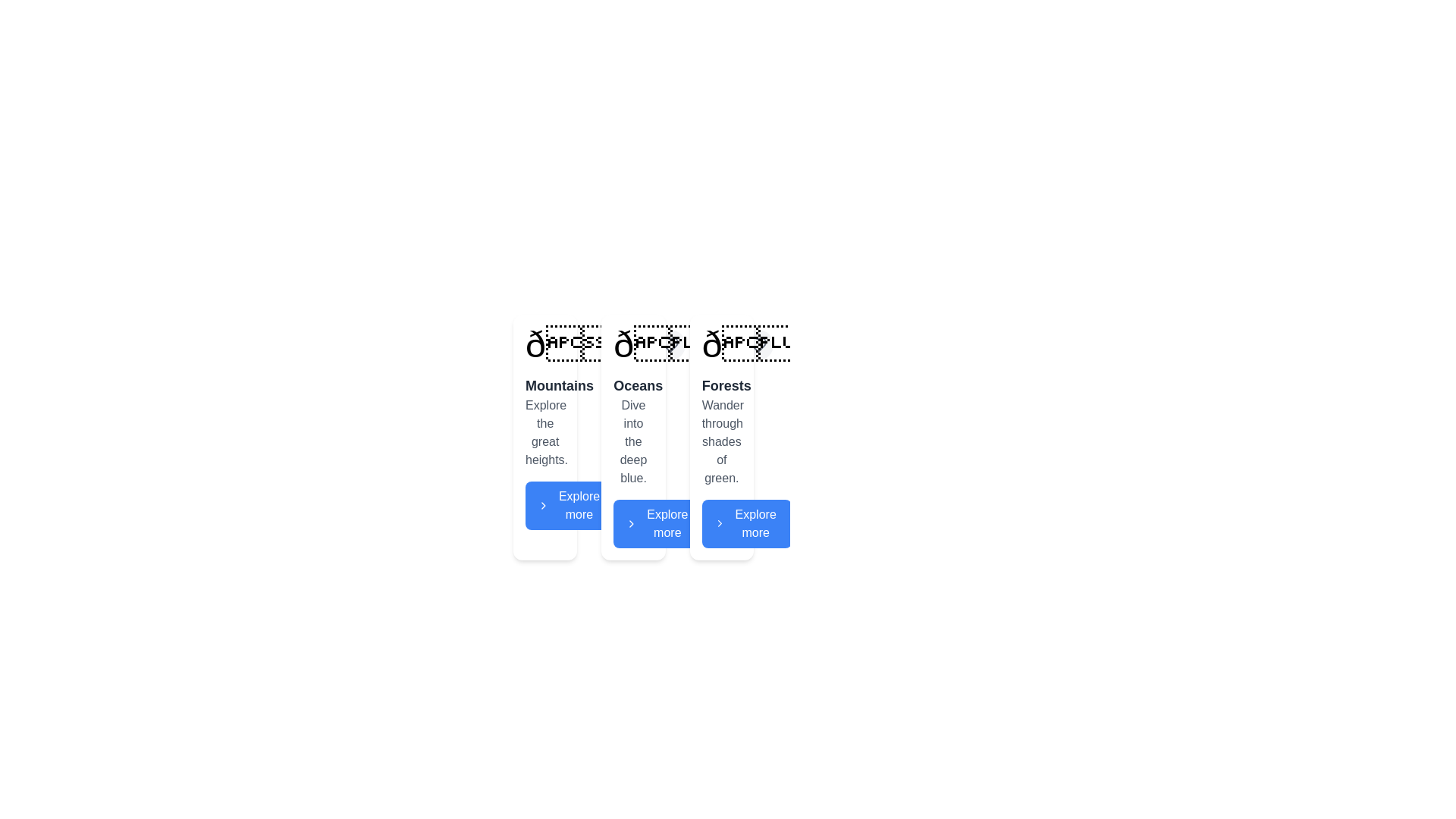  I want to click on the small heart-shaped icon located at the top-center of the 'Forests' card, which is the third card in a horizontally aligned list of three cards, so click(758, 345).